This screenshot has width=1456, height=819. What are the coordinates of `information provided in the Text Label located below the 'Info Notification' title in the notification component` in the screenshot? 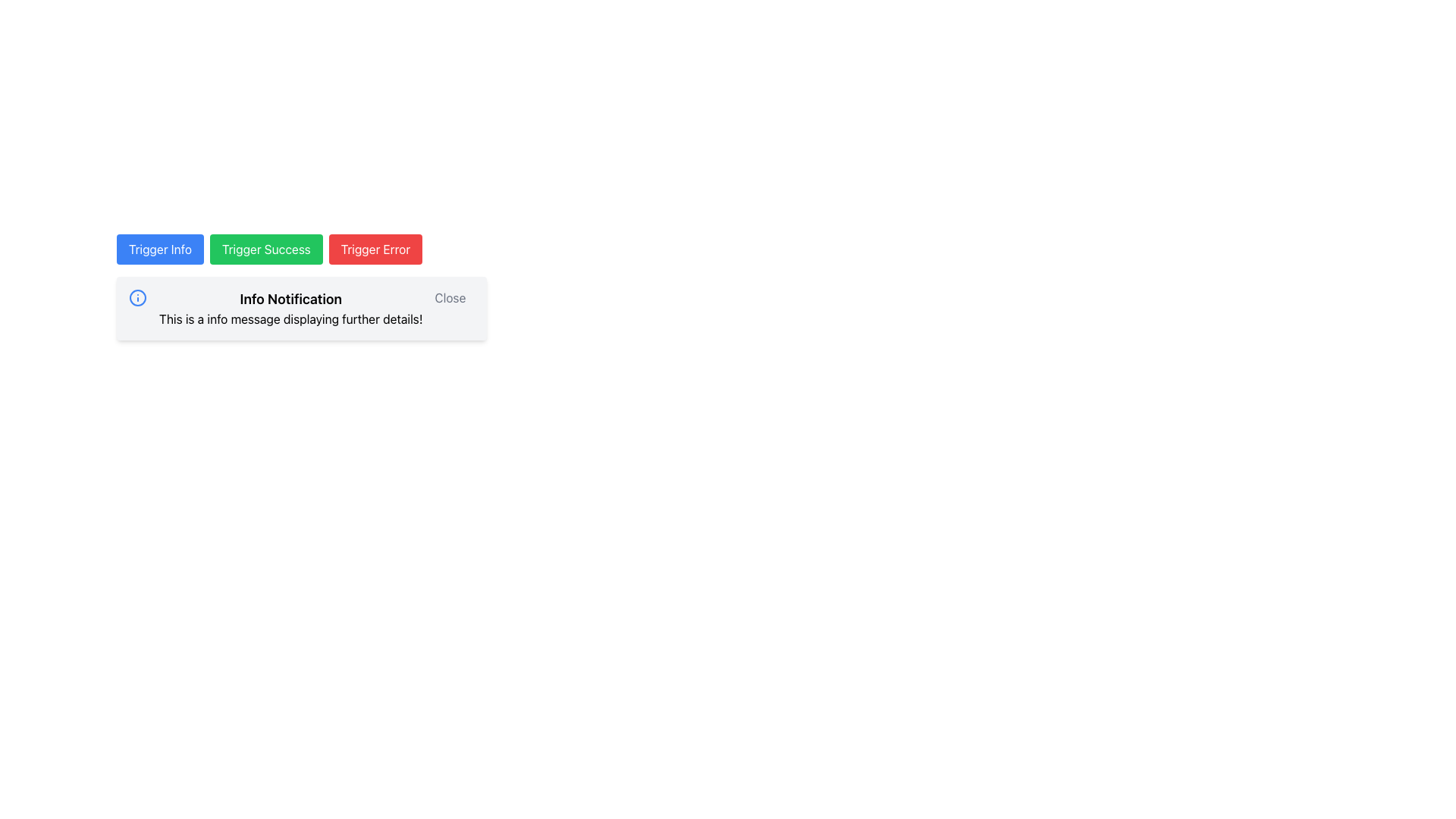 It's located at (290, 318).